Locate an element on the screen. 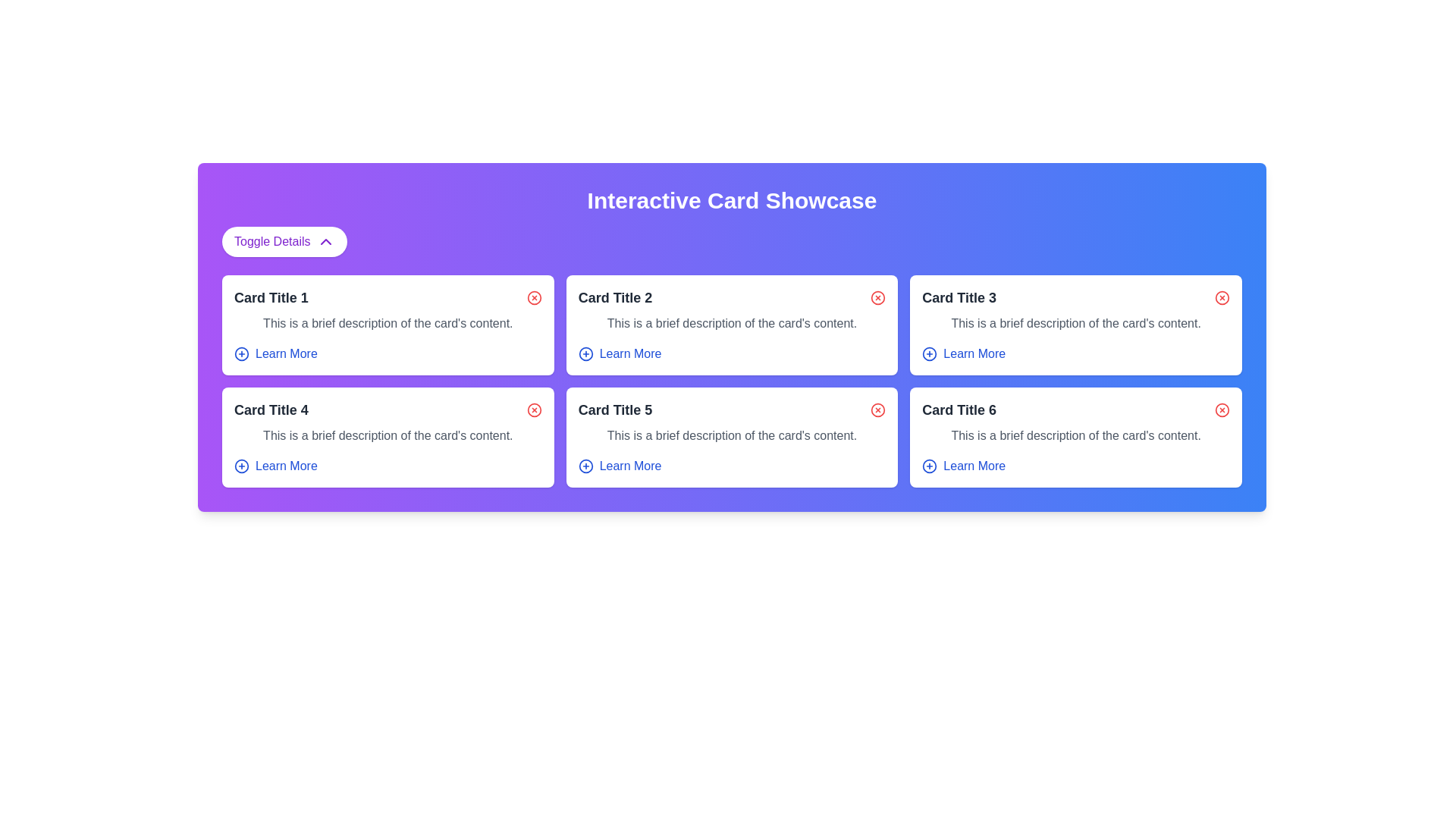  information associated with the circular blue outlined icon containing a plus symbol, located next to the 'Learn More' link in 'Card Title 4' is located at coordinates (240, 465).